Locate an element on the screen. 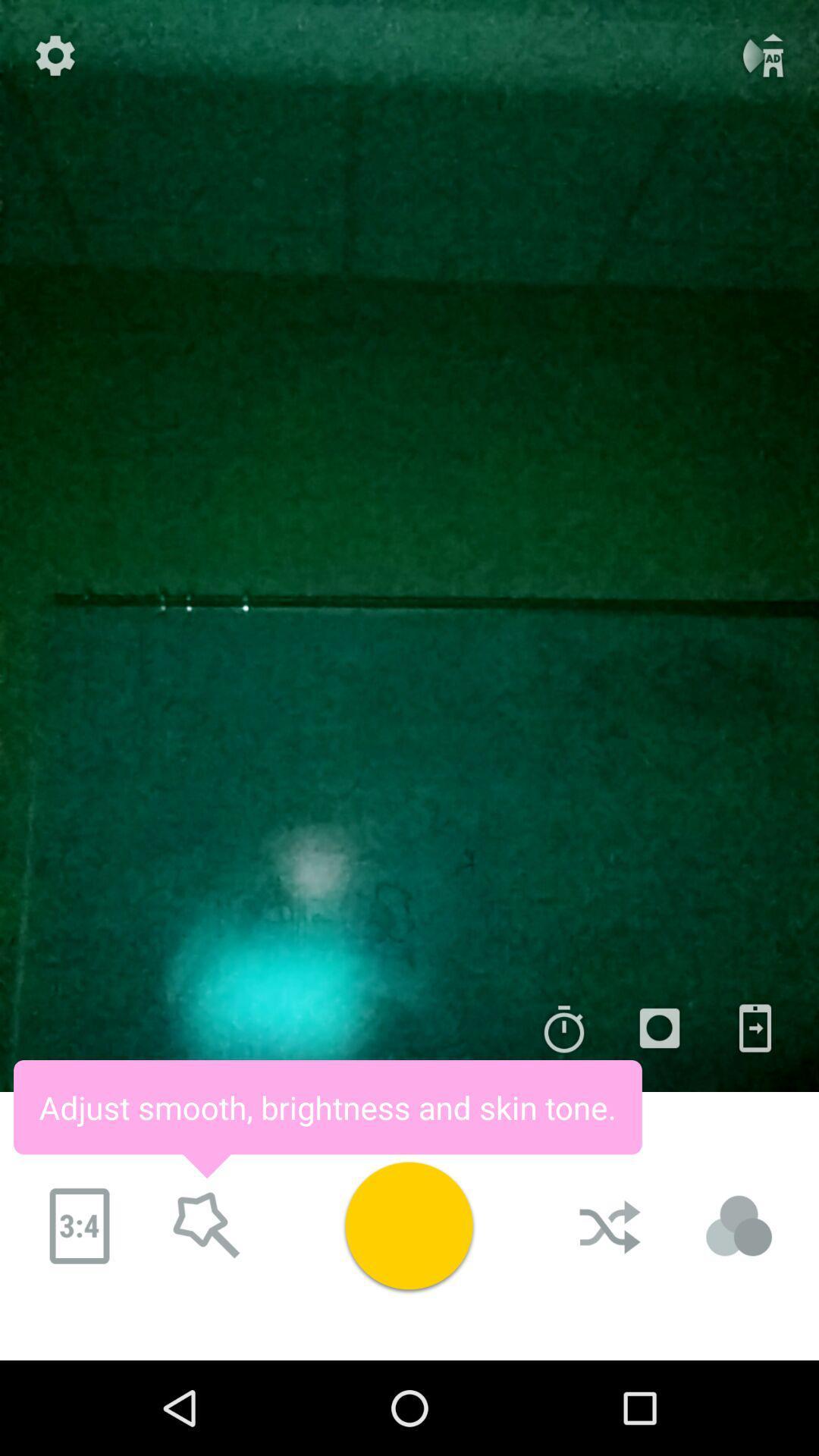  the swap icon is located at coordinates (755, 1028).